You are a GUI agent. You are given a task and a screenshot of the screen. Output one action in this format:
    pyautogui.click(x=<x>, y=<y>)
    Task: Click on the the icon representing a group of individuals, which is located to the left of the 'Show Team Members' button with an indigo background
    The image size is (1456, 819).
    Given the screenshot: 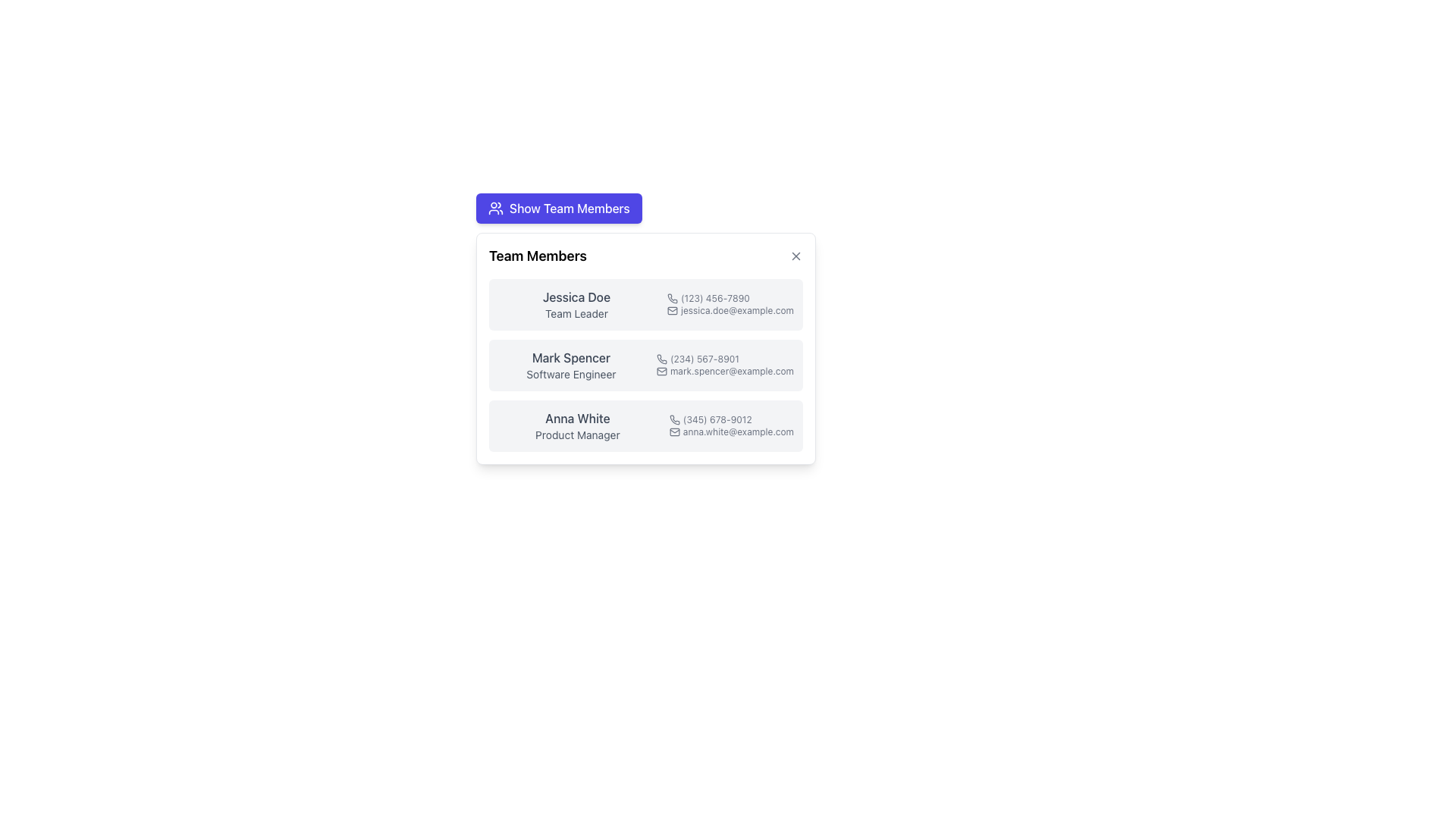 What is the action you would take?
    pyautogui.click(x=495, y=208)
    